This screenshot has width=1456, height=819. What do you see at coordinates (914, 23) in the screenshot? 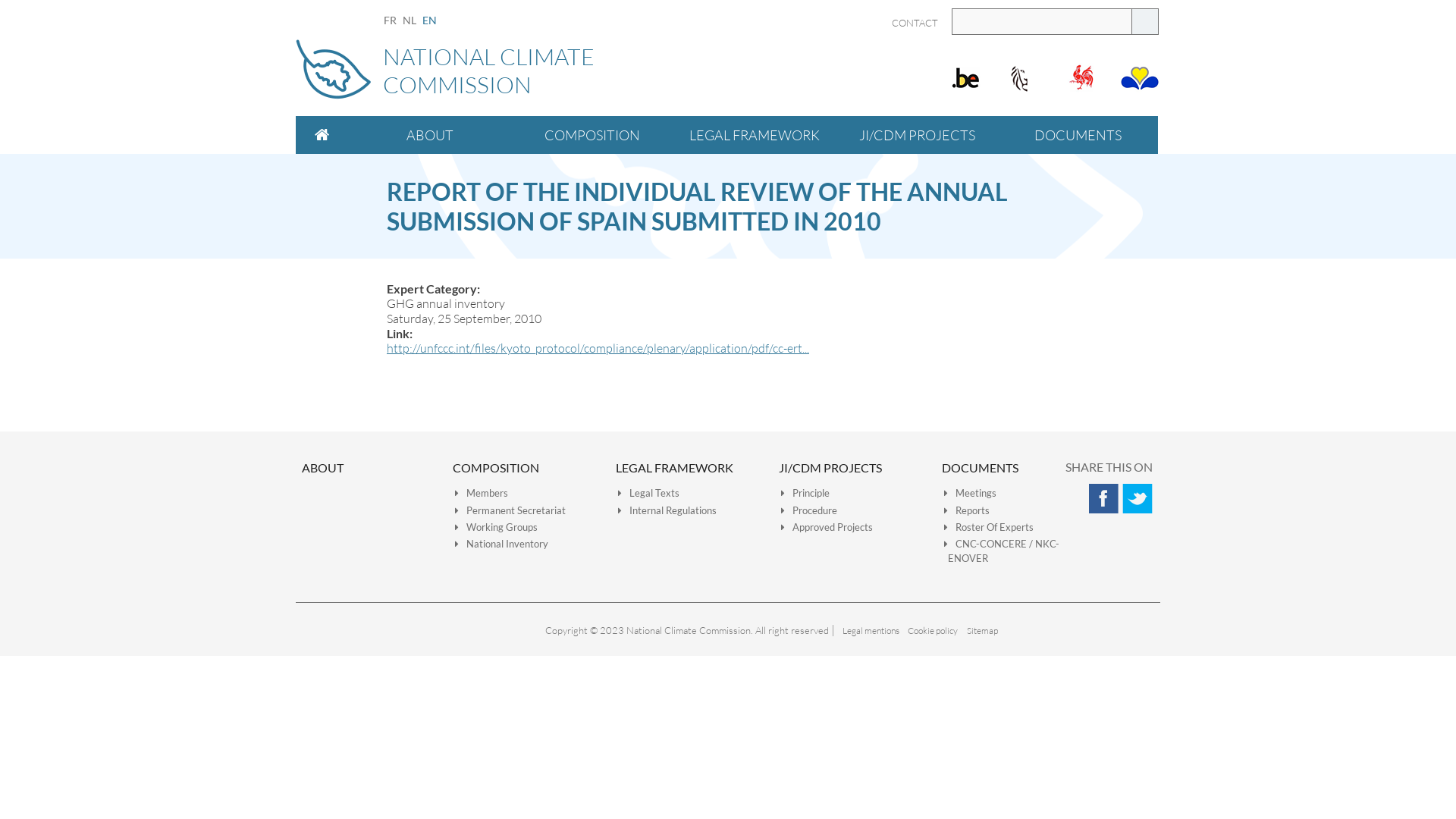
I see `'CONTACT'` at bounding box center [914, 23].